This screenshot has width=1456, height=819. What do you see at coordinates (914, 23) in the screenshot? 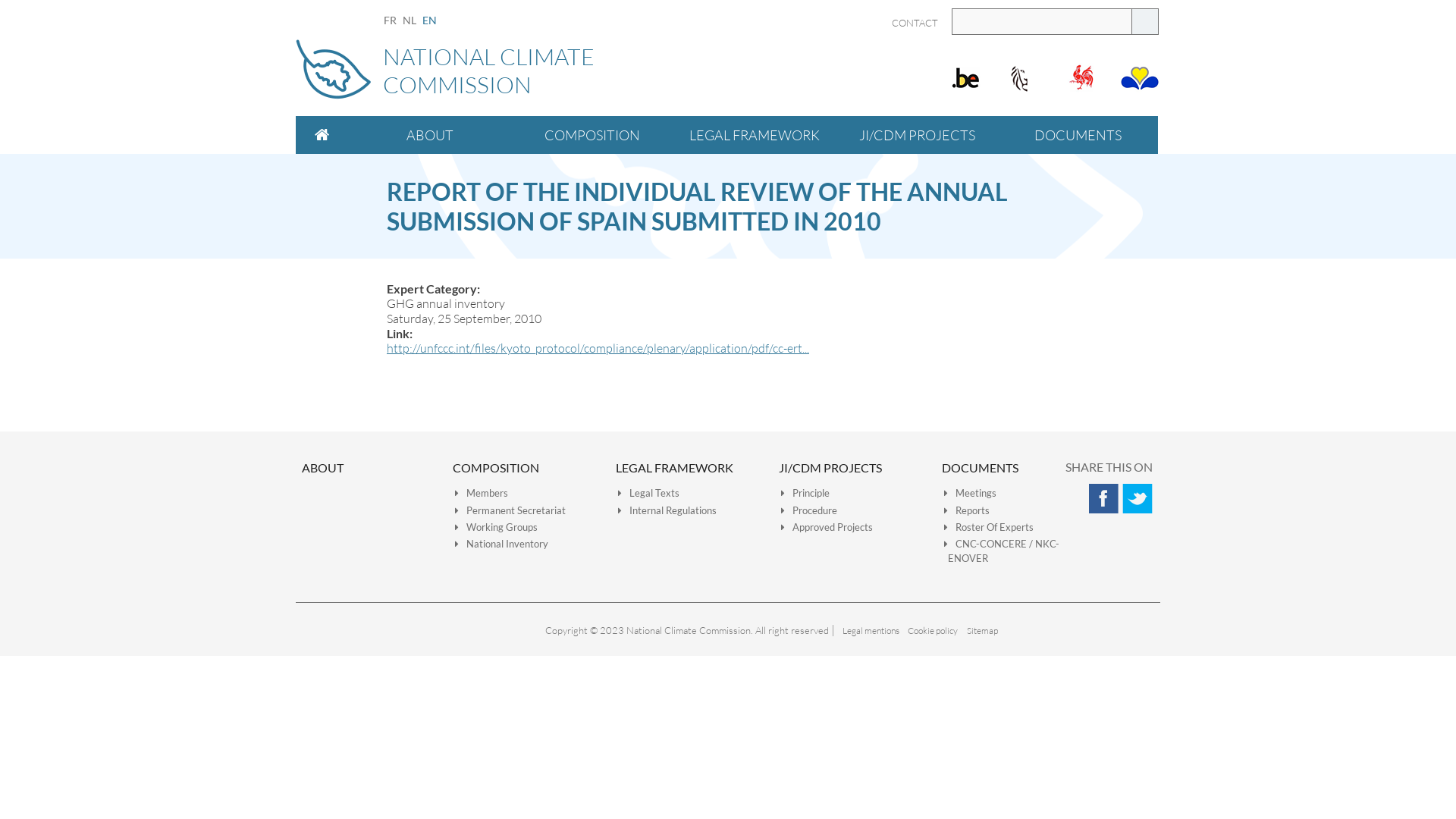
I see `'CONTACT'` at bounding box center [914, 23].